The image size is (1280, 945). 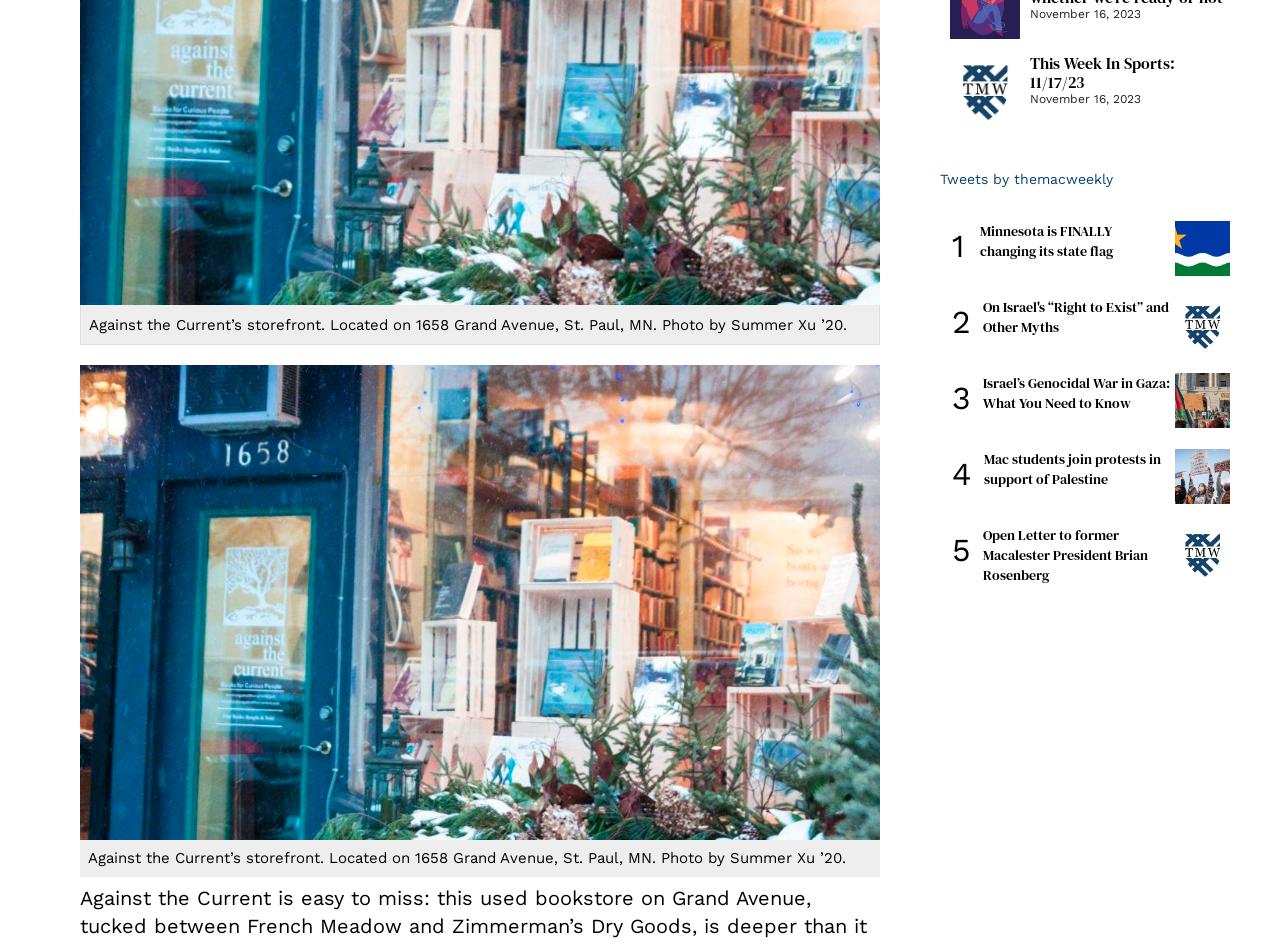 I want to click on 'Mac students join protests in support of Palestine', so click(x=1071, y=467).